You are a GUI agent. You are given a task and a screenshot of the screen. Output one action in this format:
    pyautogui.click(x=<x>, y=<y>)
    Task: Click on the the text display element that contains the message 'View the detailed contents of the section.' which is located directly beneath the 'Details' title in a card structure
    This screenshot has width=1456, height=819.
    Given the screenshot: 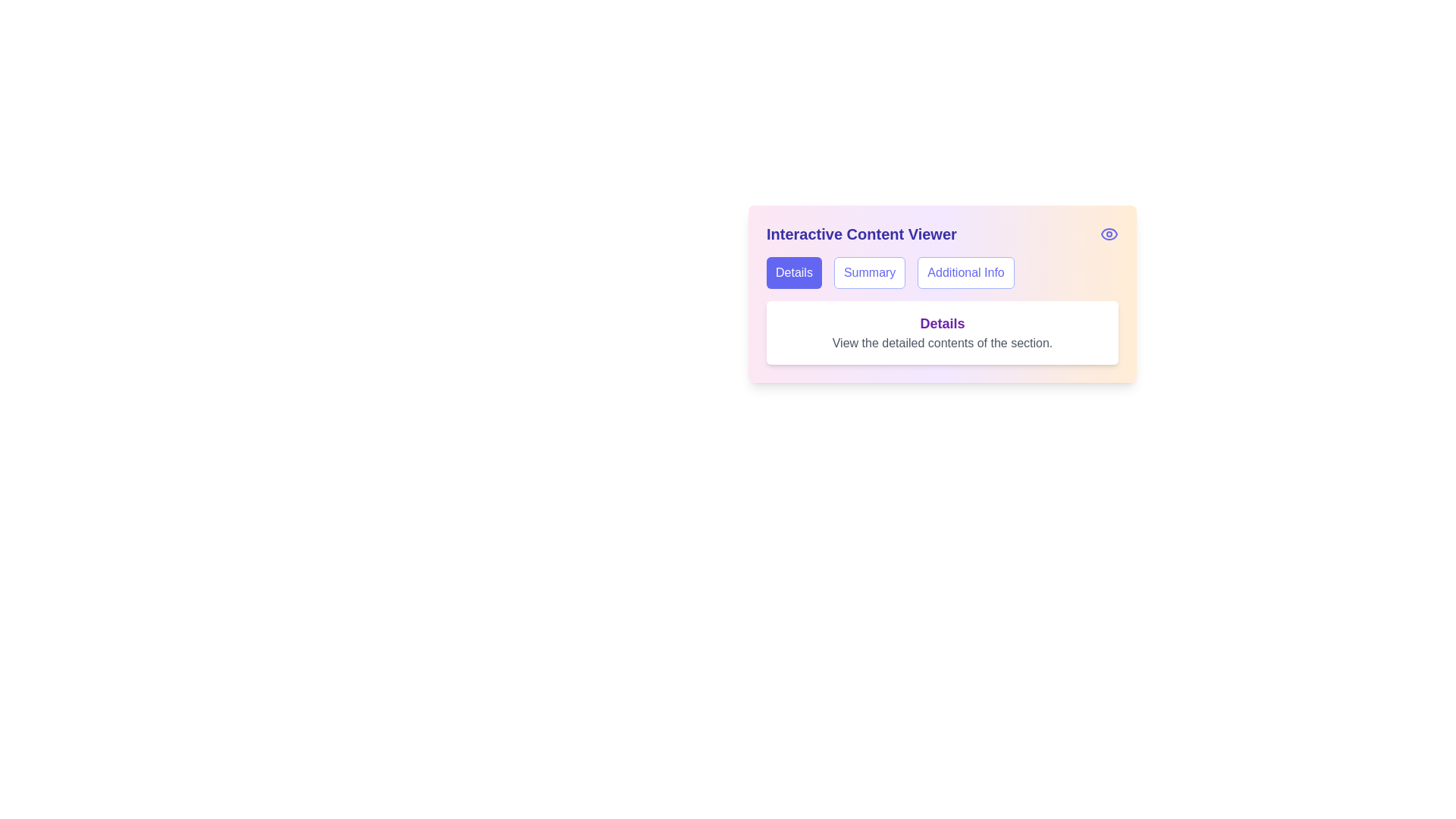 What is the action you would take?
    pyautogui.click(x=942, y=343)
    